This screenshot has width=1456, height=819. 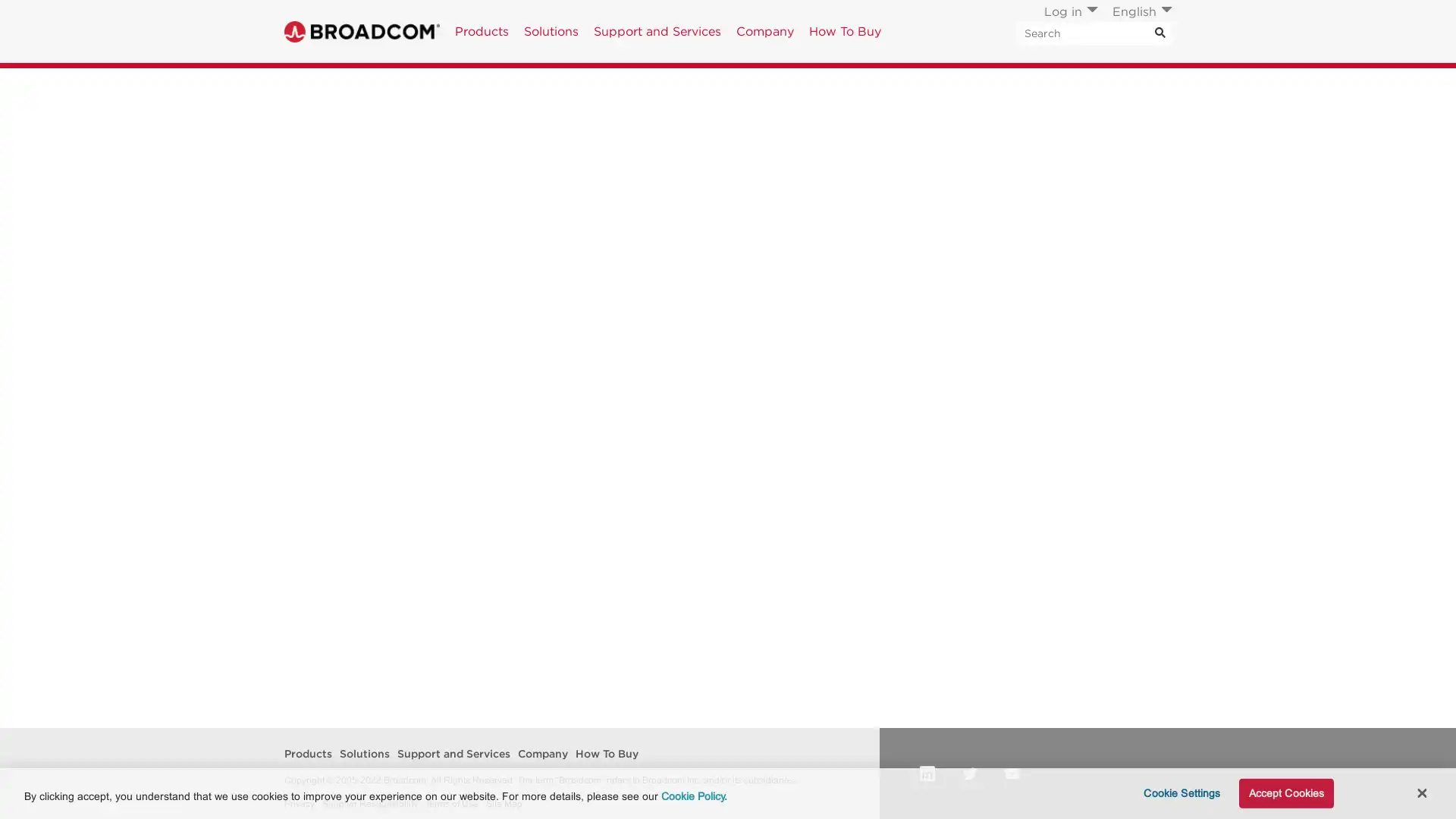 I want to click on Print, so click(x=1058, y=86).